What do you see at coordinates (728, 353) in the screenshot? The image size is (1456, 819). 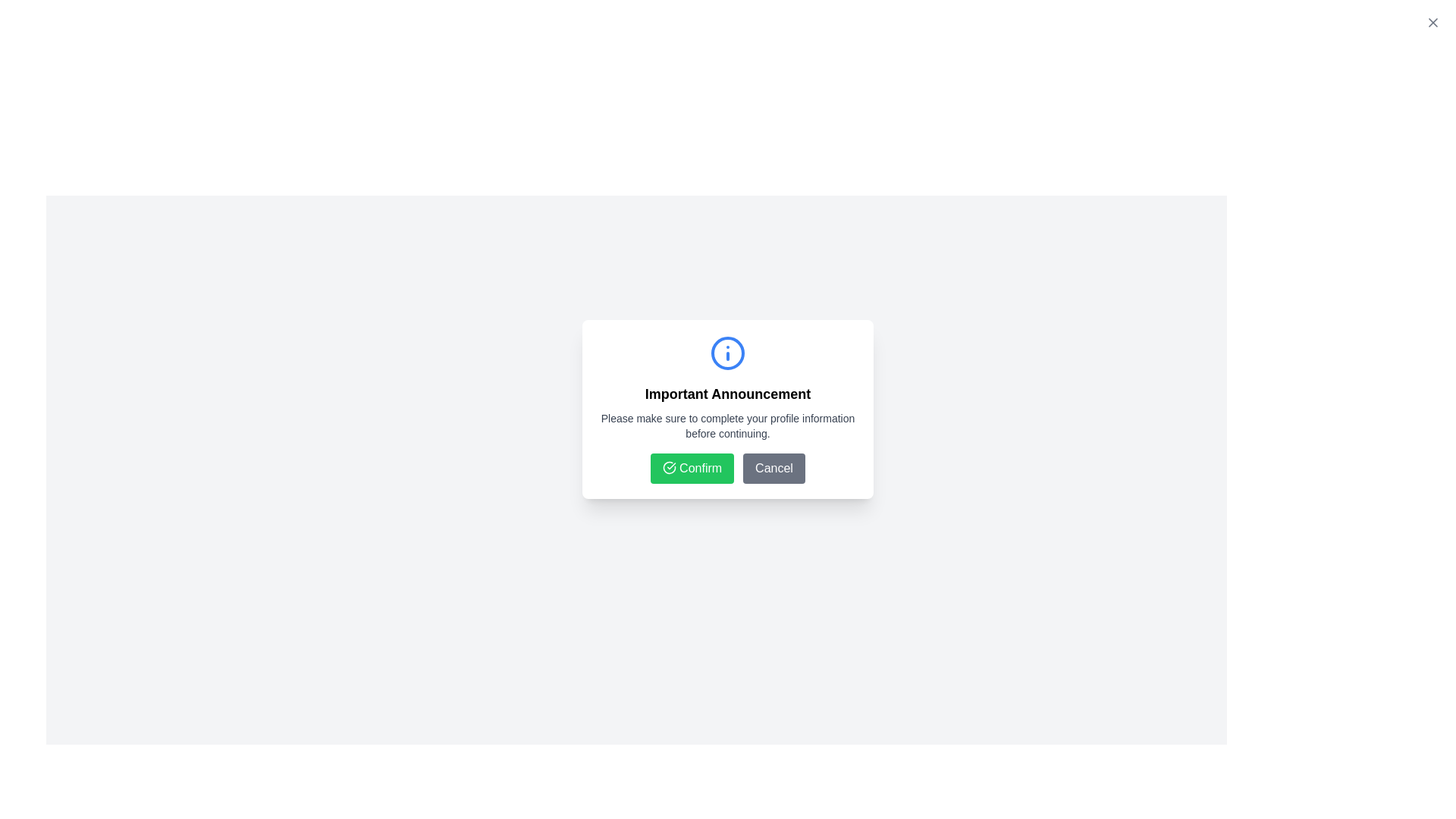 I see `the circular outline of the blue-stroke information icon located at the top-center of the modal dialog` at bounding box center [728, 353].